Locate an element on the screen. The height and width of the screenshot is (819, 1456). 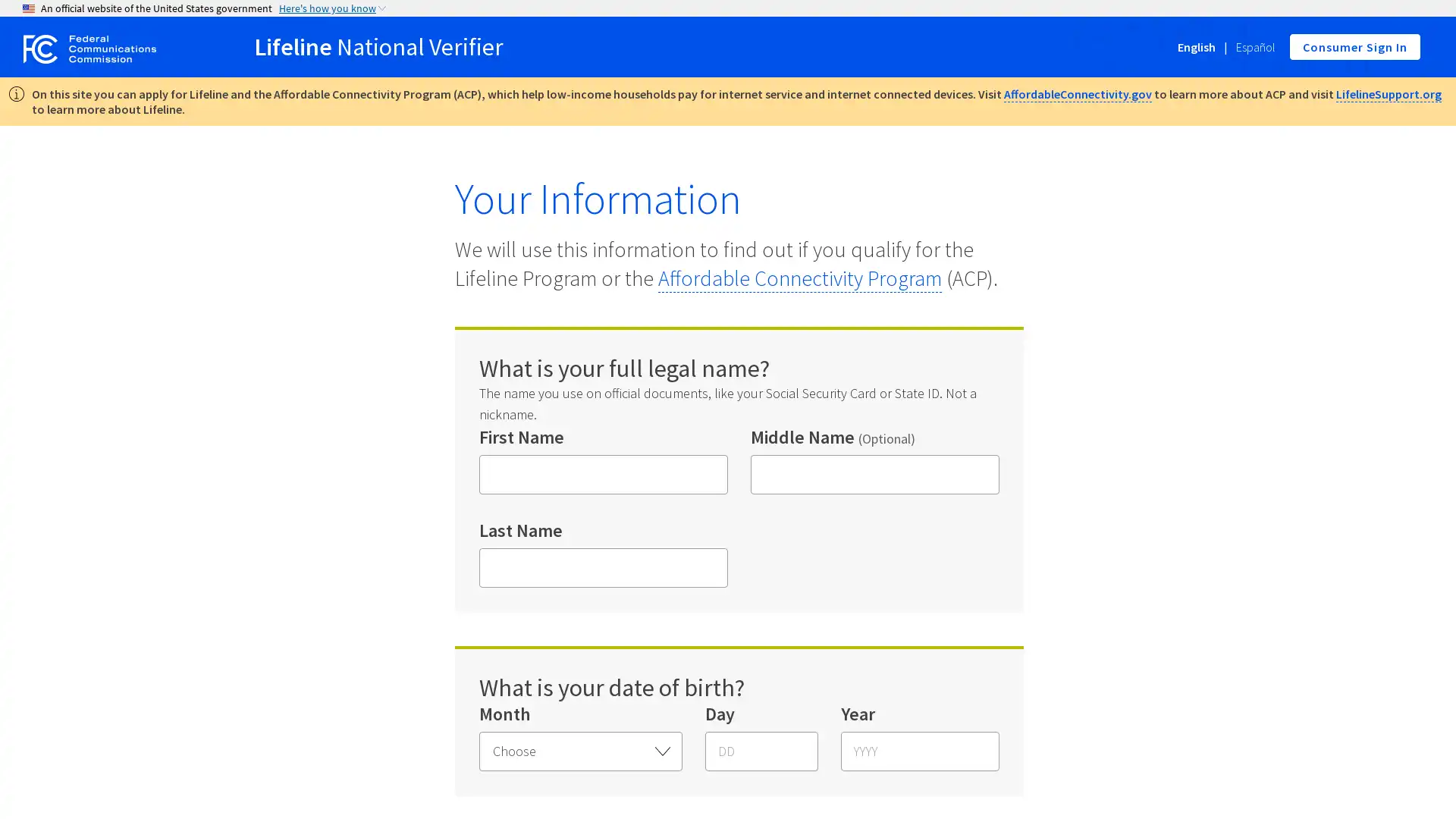
Consumer Sign In is located at coordinates (1354, 45).